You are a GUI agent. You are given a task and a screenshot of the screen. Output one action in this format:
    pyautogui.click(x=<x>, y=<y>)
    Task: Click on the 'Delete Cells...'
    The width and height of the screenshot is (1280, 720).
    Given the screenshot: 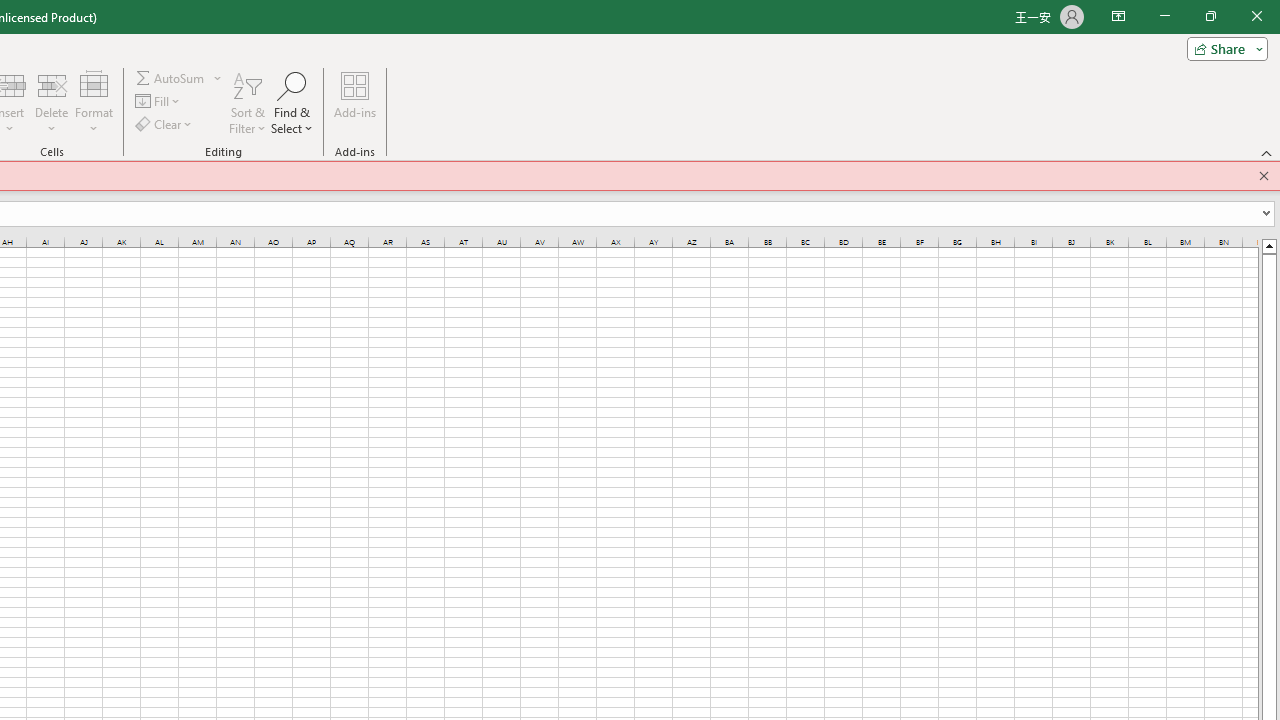 What is the action you would take?
    pyautogui.click(x=51, y=84)
    